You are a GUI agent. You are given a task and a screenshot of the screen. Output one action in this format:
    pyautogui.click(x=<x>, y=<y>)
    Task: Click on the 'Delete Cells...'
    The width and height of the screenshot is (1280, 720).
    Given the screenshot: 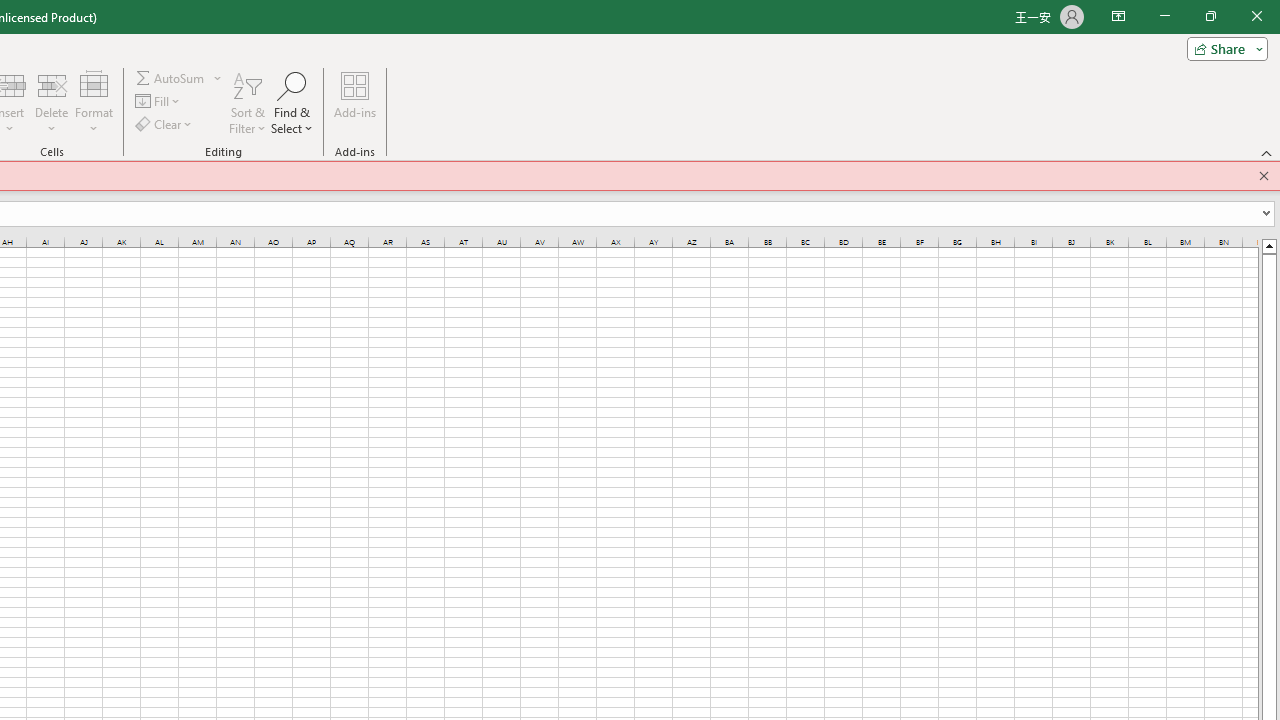 What is the action you would take?
    pyautogui.click(x=51, y=84)
    